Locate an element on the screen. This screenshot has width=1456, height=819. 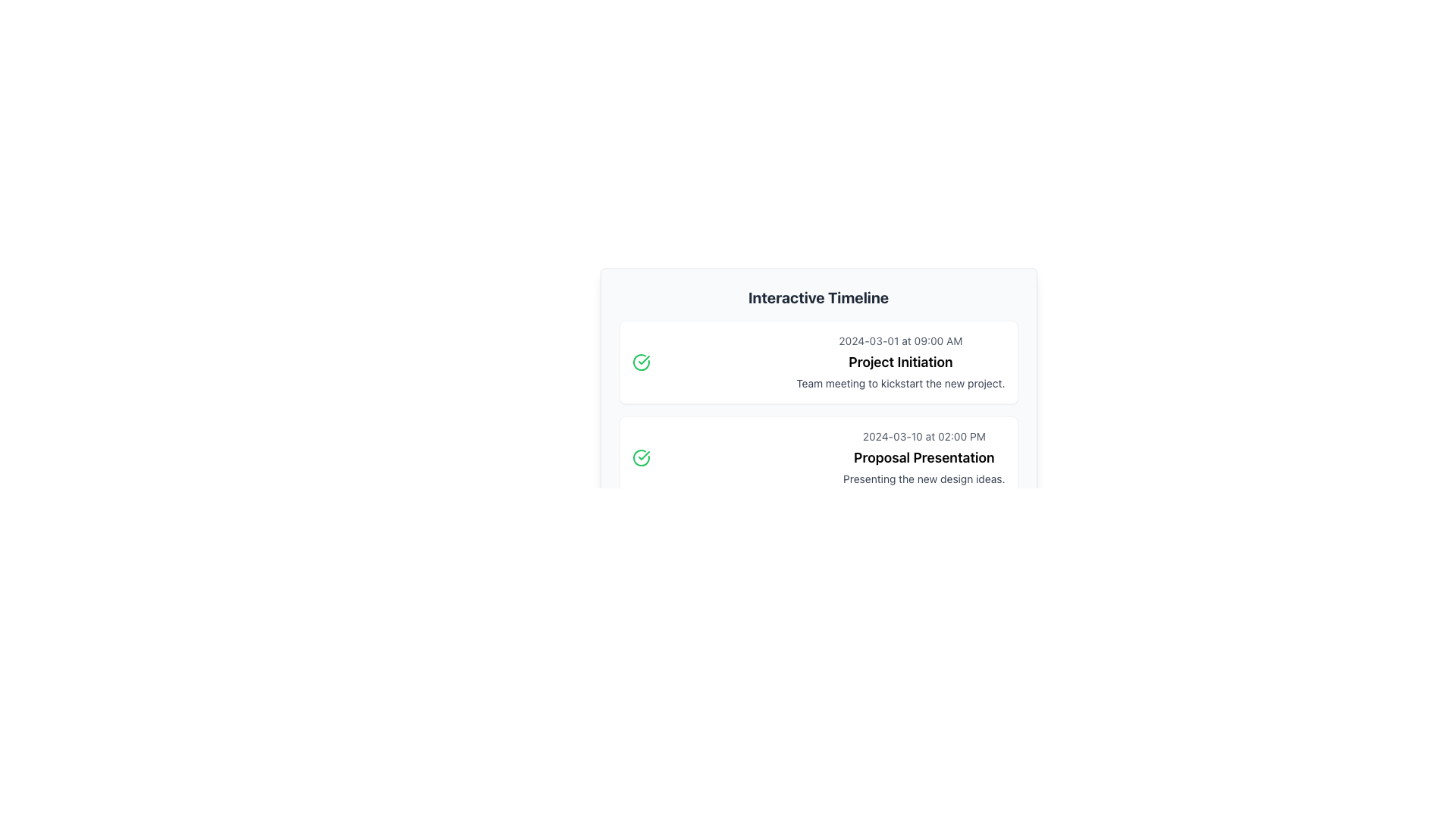
the first identifiable icon in the 'Project Initiation' timeline card that indicates the milestone is marked as completed or confirmed is located at coordinates (641, 362).